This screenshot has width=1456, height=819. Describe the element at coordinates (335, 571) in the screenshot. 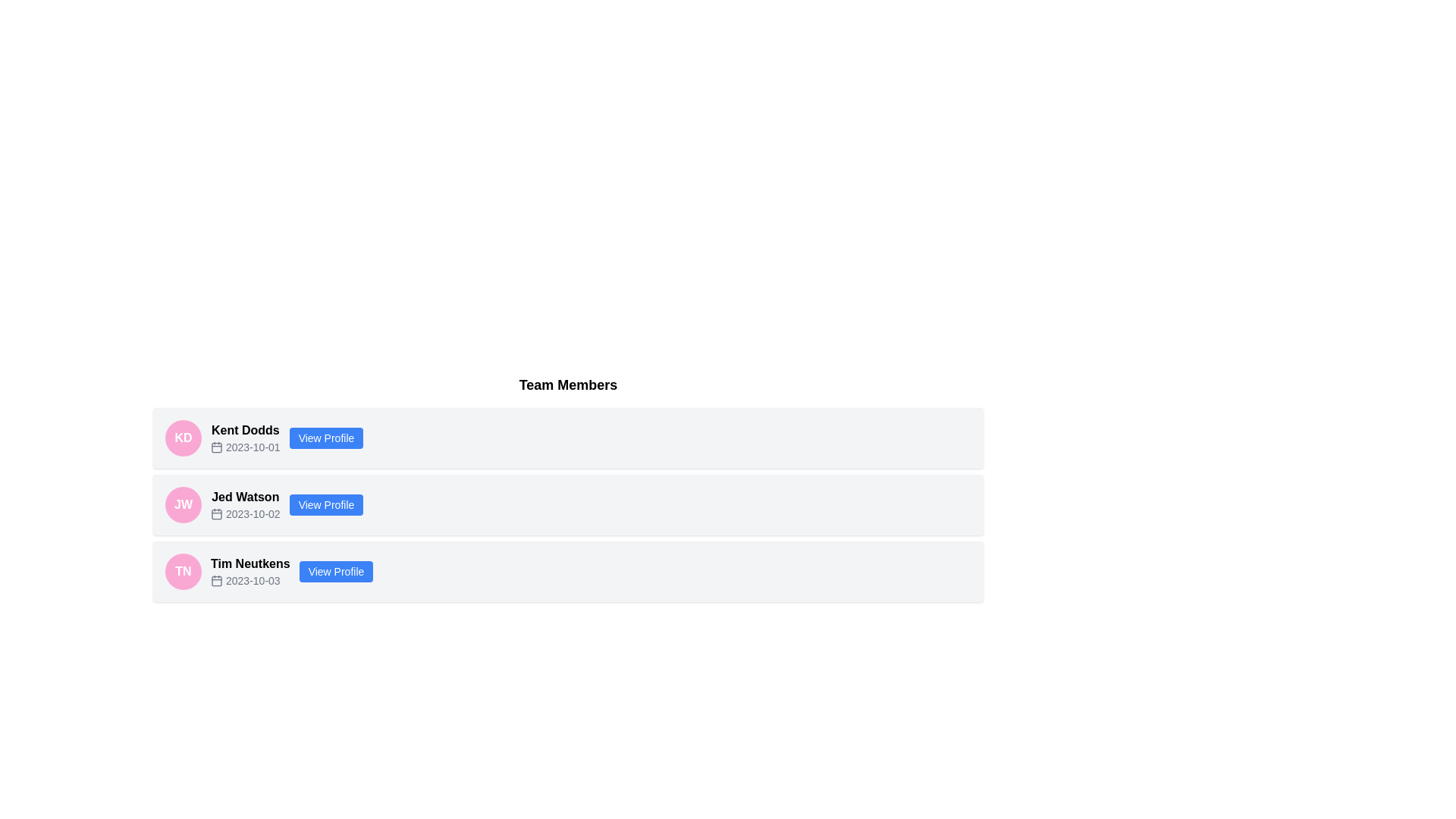

I see `the button that allows users` at that location.